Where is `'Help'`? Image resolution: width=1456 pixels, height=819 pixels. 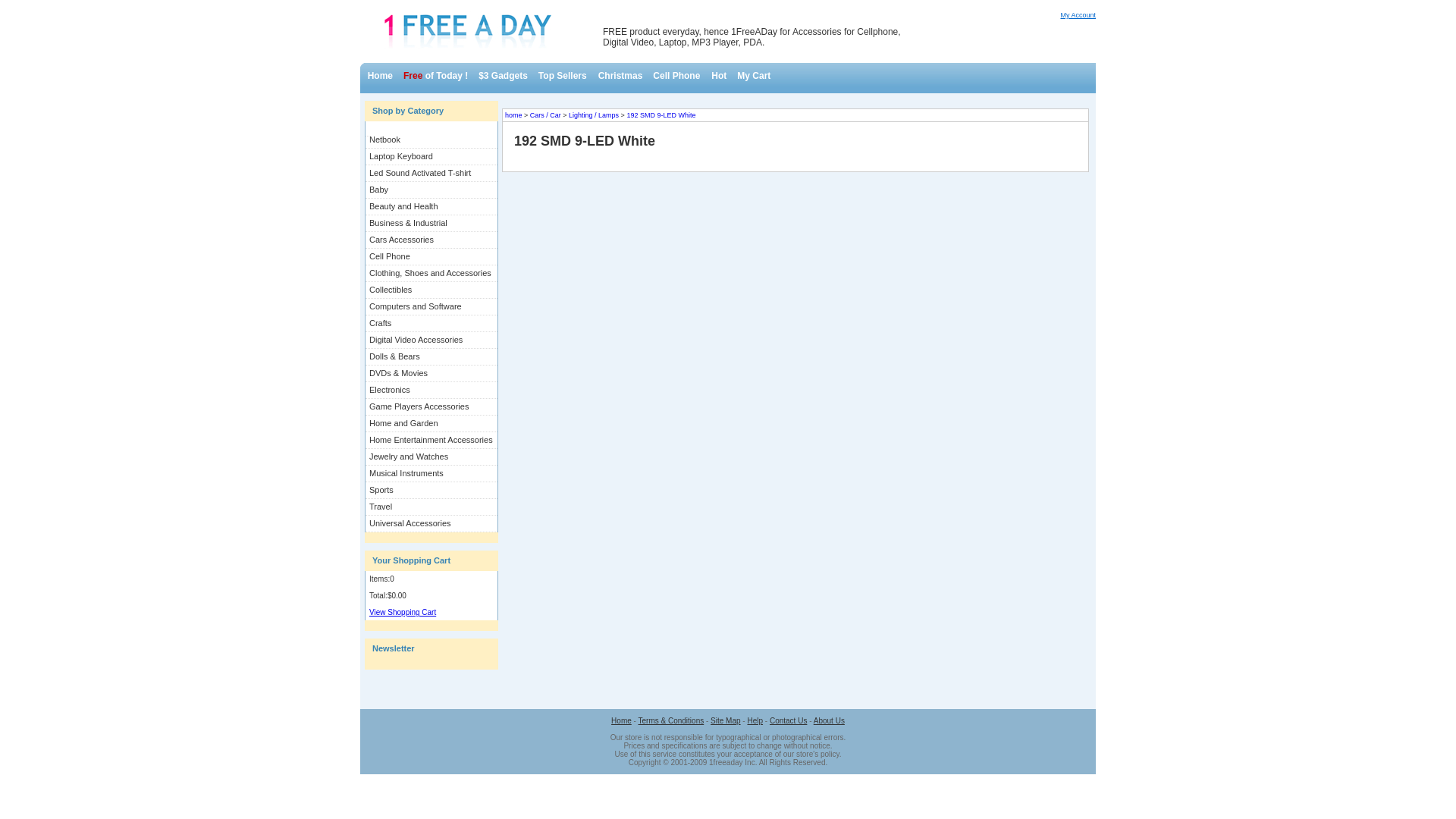 'Help' is located at coordinates (755, 720).